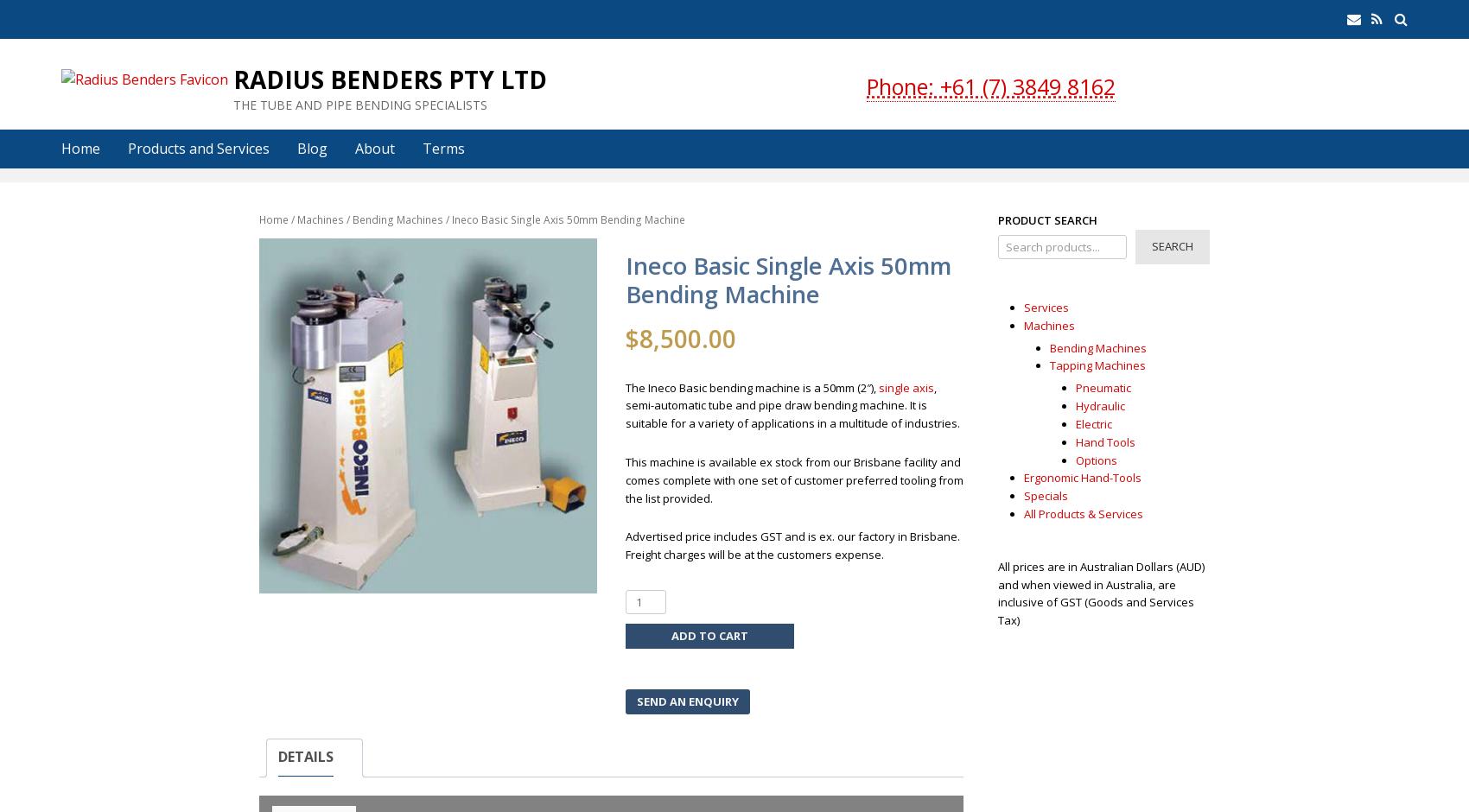 The height and width of the screenshot is (812, 1469). I want to click on ', semi-automatic tube and pipe draw bending machine. It is suitable for a variety of applications in a multitude of industries.', so click(792, 403).